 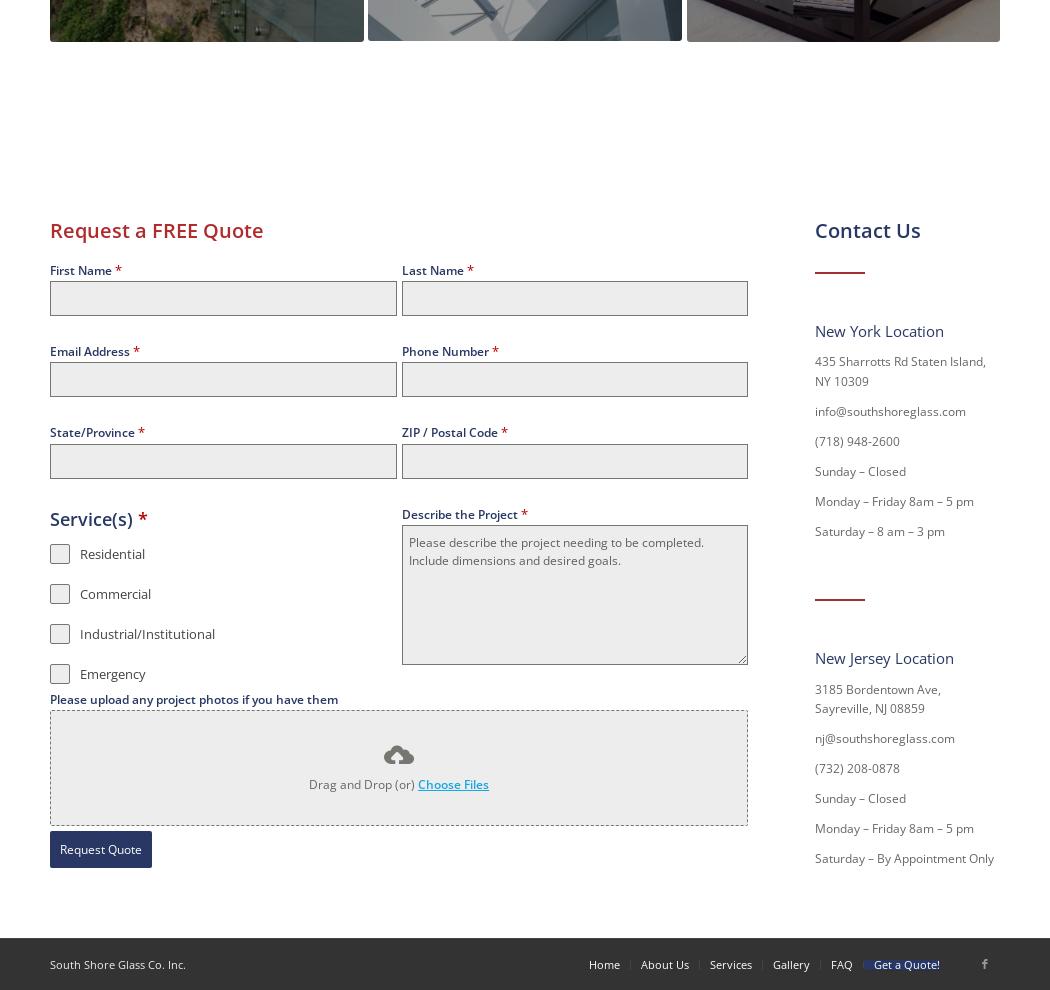 What do you see at coordinates (877, 697) in the screenshot?
I see `'3185 Bordentown Ave, Sayreville, NJ 08859'` at bounding box center [877, 697].